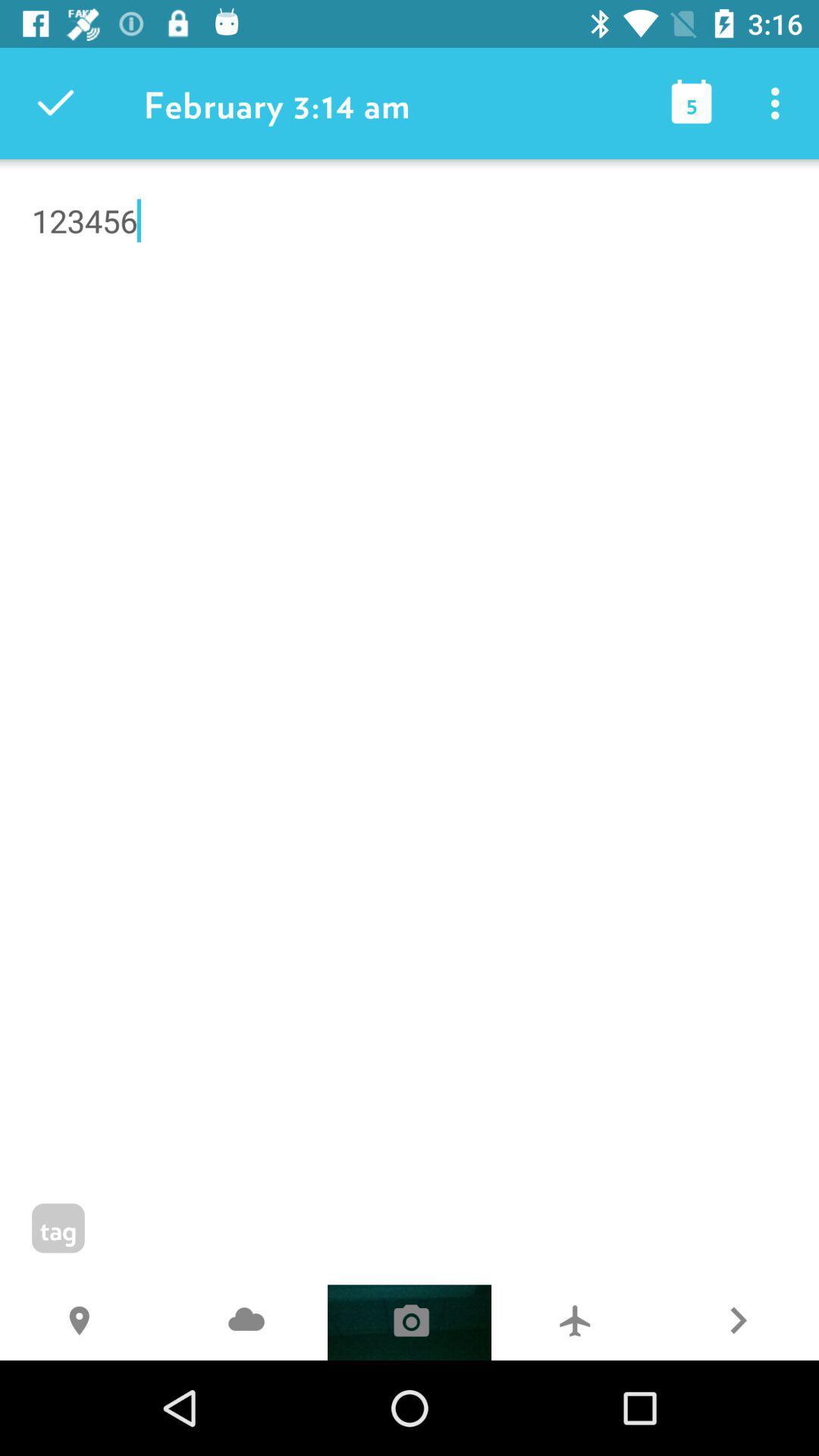 Image resolution: width=819 pixels, height=1456 pixels. Describe the element at coordinates (55, 102) in the screenshot. I see `item next to the february 3 14 icon` at that location.